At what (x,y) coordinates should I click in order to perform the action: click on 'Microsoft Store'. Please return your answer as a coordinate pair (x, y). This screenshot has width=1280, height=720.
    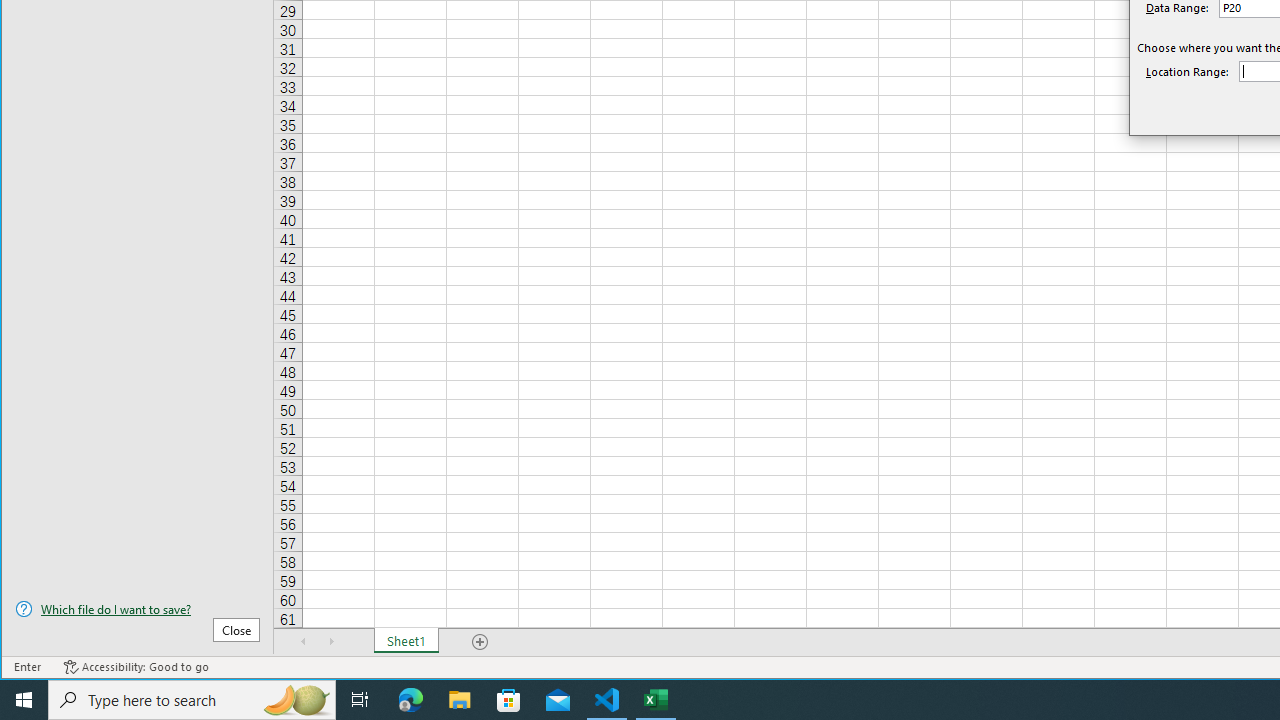
    Looking at the image, I should click on (509, 698).